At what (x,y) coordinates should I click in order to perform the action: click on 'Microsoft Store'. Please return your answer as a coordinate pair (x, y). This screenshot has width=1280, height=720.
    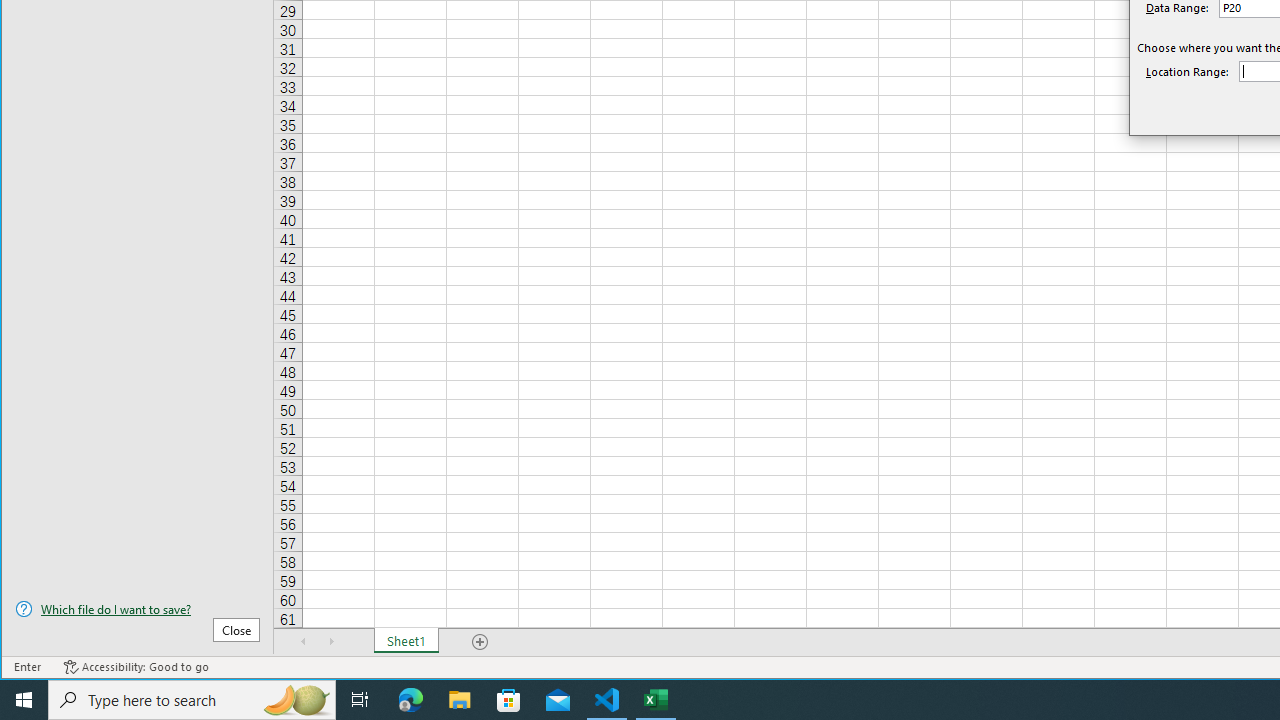
    Looking at the image, I should click on (509, 698).